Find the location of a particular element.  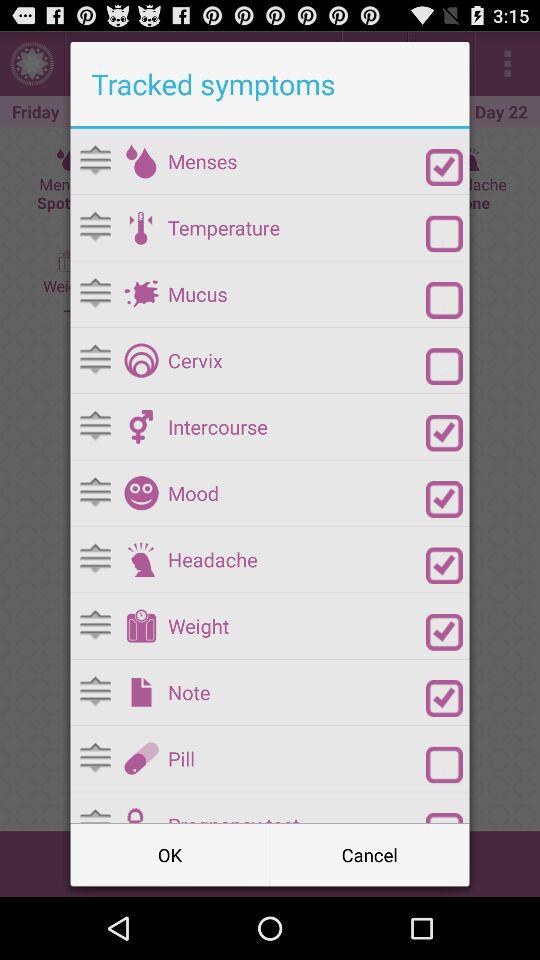

icon above the mucus is located at coordinates (296, 227).